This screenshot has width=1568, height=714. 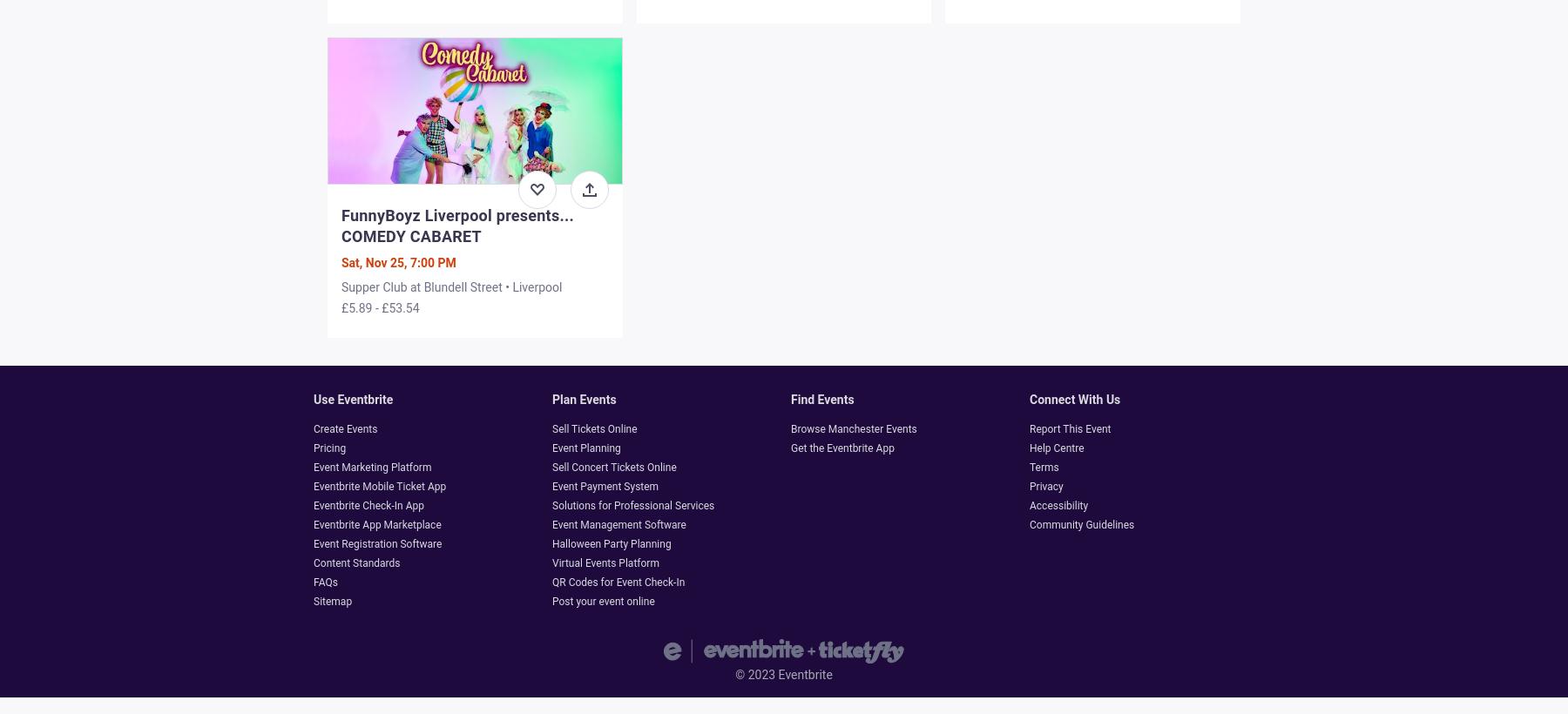 I want to click on 'Accessibility', so click(x=1029, y=505).